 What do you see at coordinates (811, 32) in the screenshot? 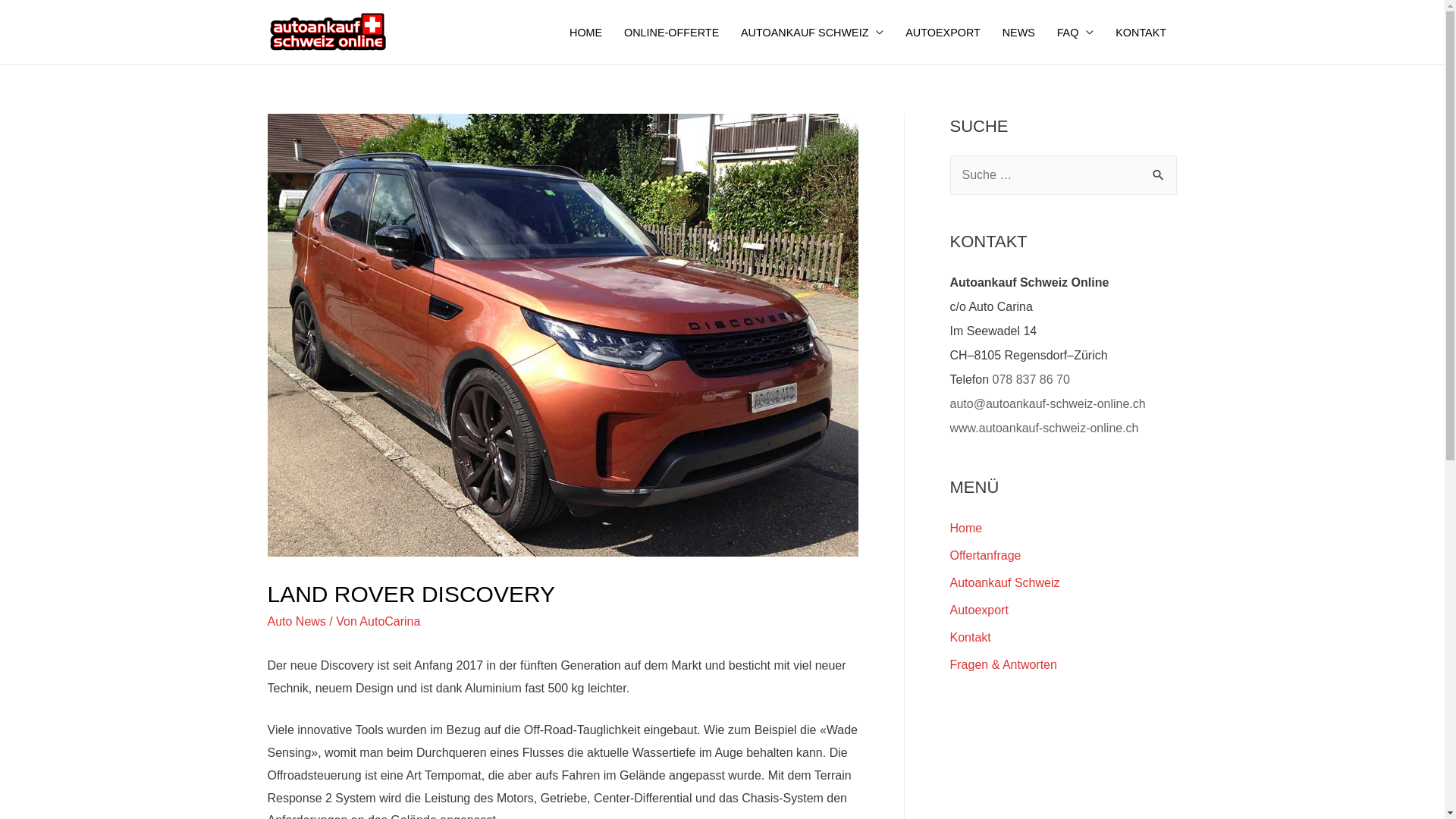
I see `'AUTOANKAUF SCHWEIZ'` at bounding box center [811, 32].